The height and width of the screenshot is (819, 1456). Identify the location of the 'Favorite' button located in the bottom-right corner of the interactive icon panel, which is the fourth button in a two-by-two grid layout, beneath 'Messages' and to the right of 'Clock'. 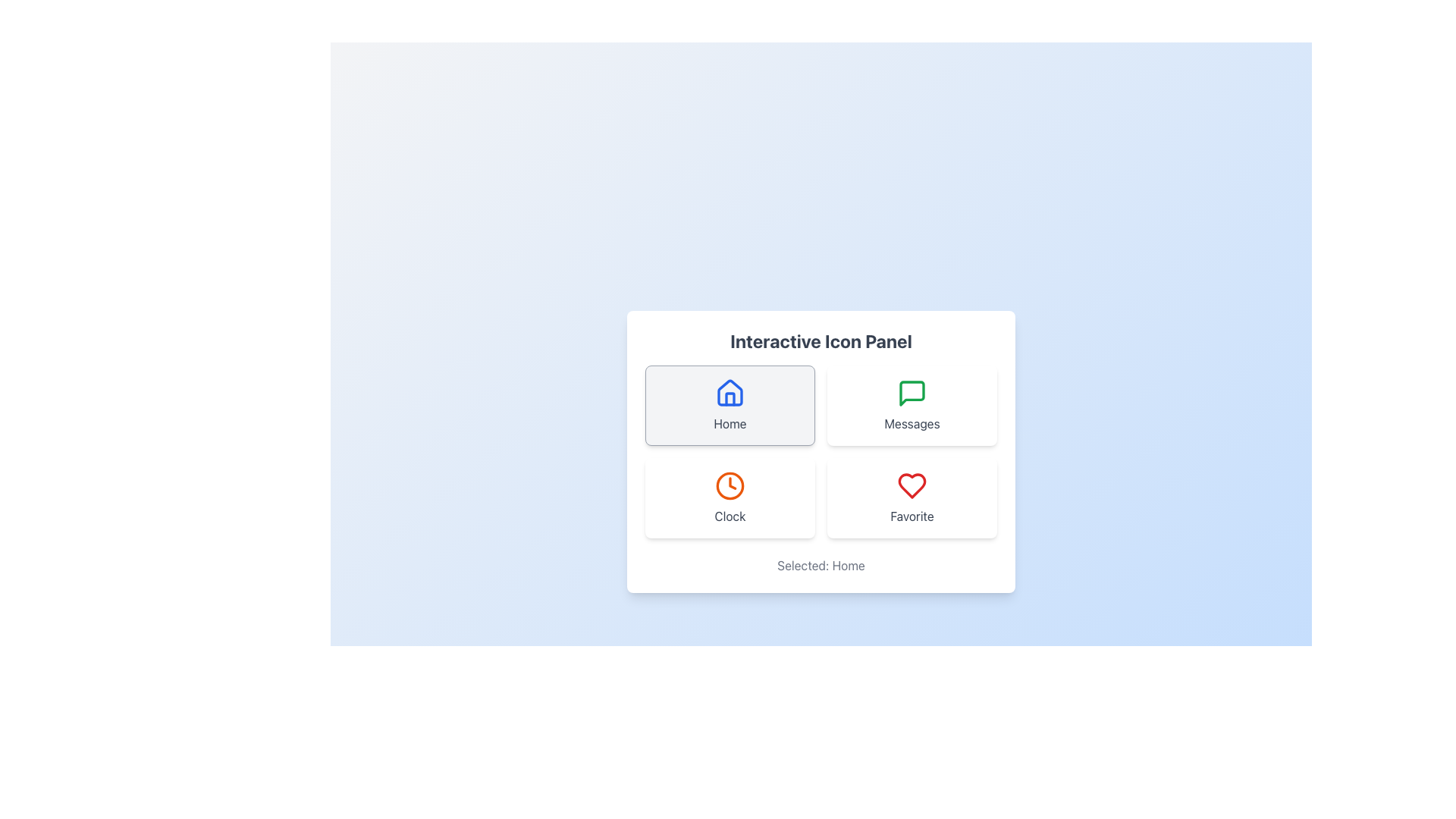
(912, 497).